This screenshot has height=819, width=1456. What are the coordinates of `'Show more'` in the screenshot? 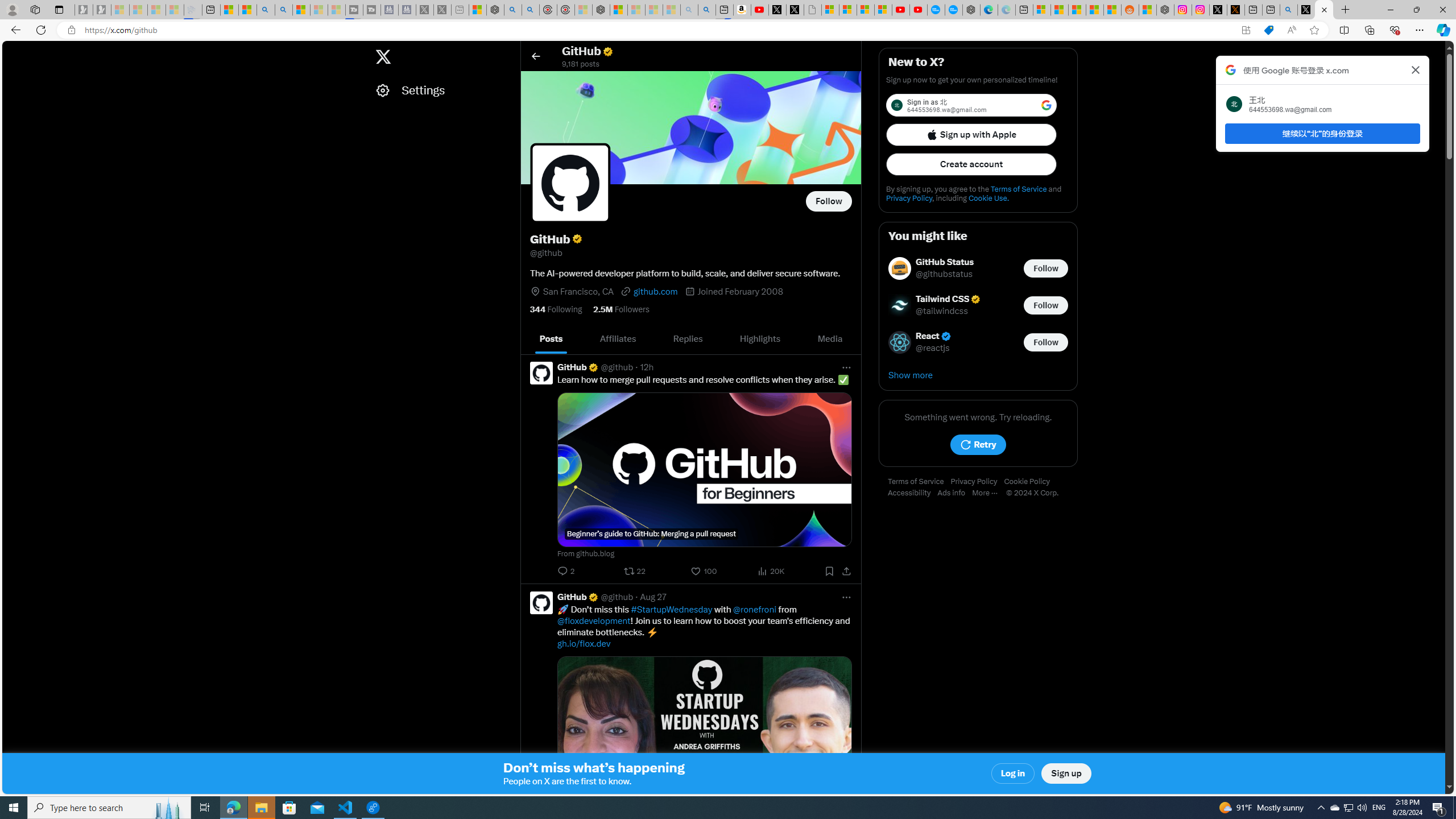 It's located at (978, 375).